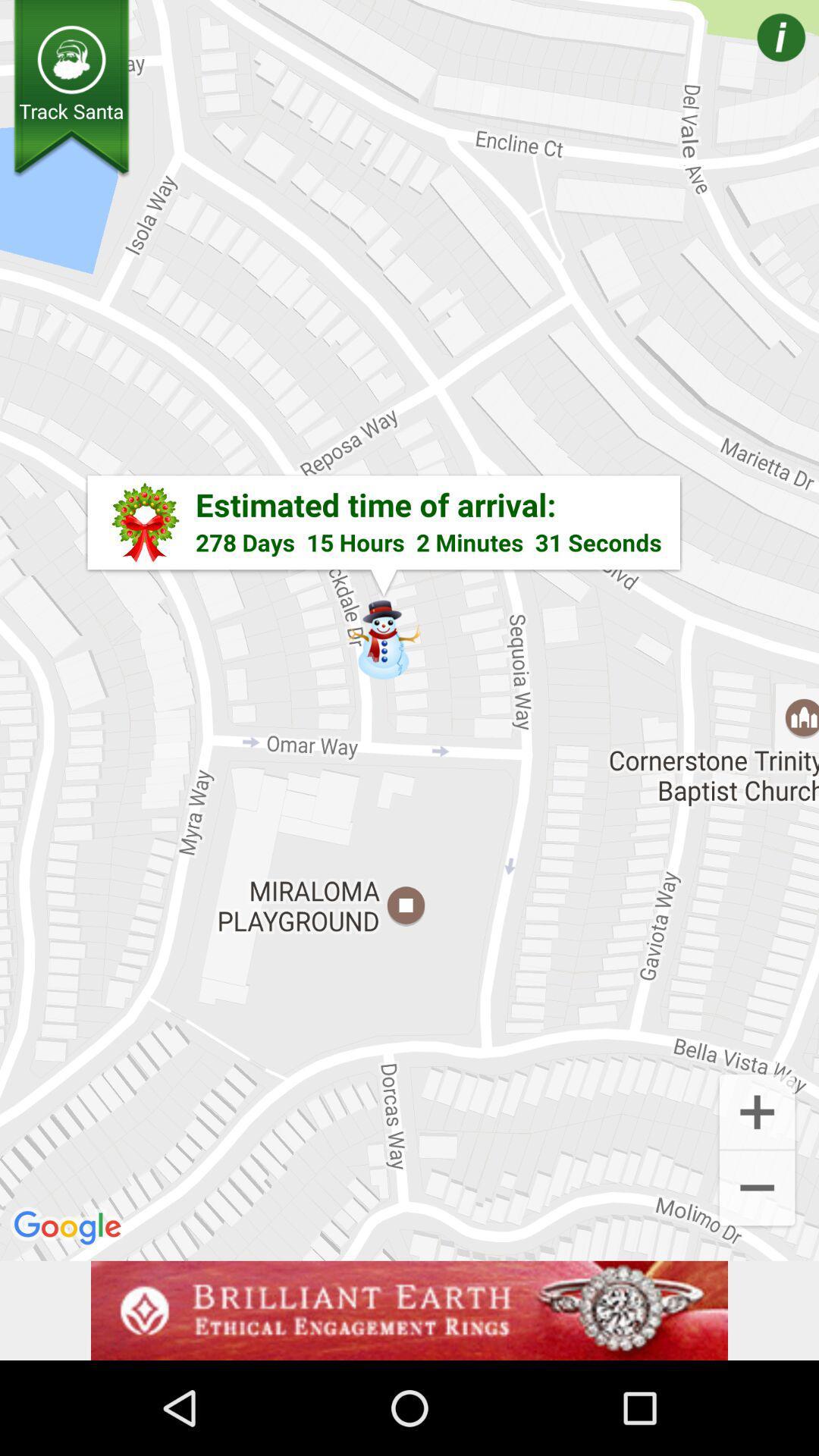  I want to click on for more information, so click(759, 59).